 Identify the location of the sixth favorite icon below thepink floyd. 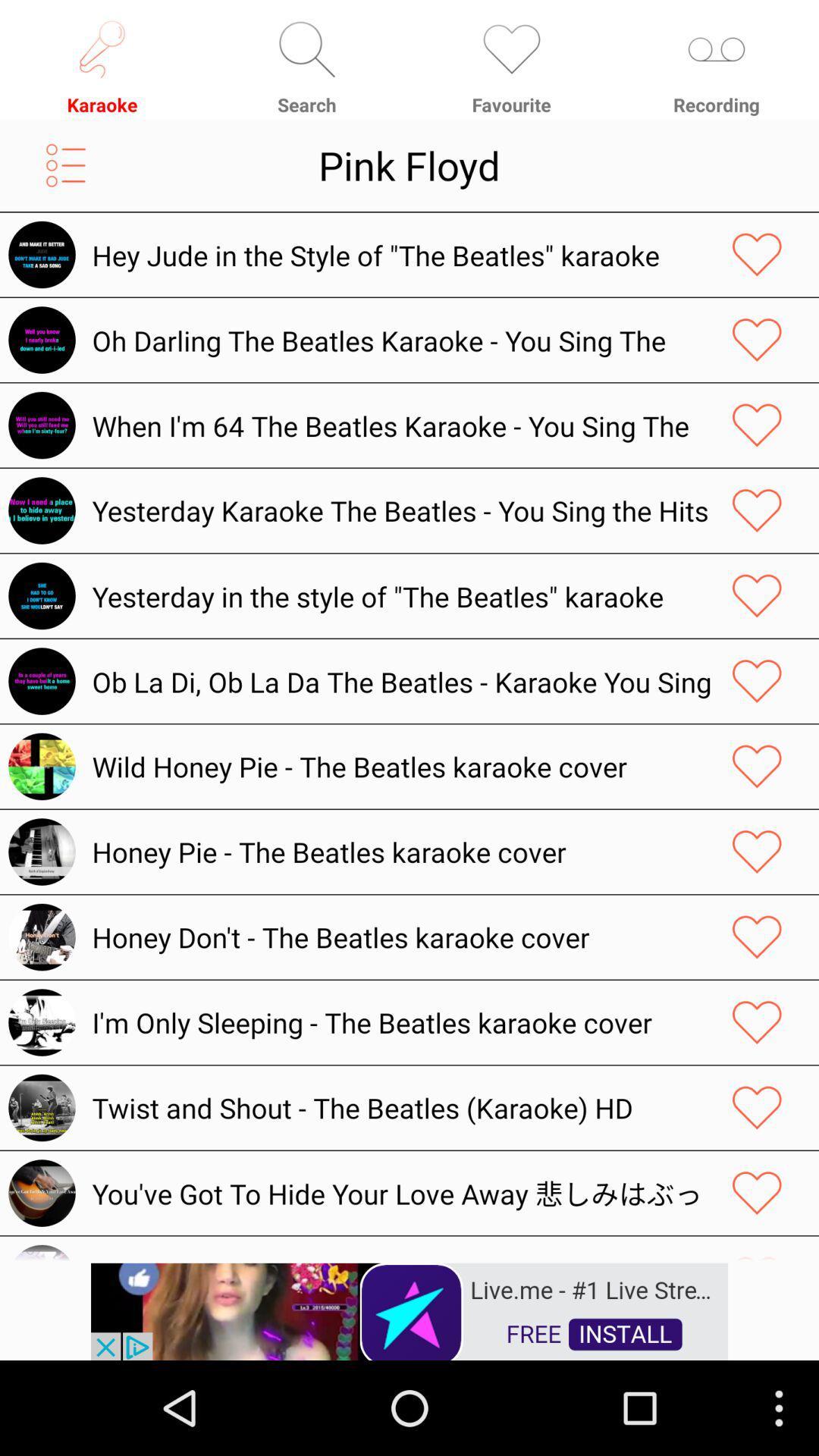
(757, 680).